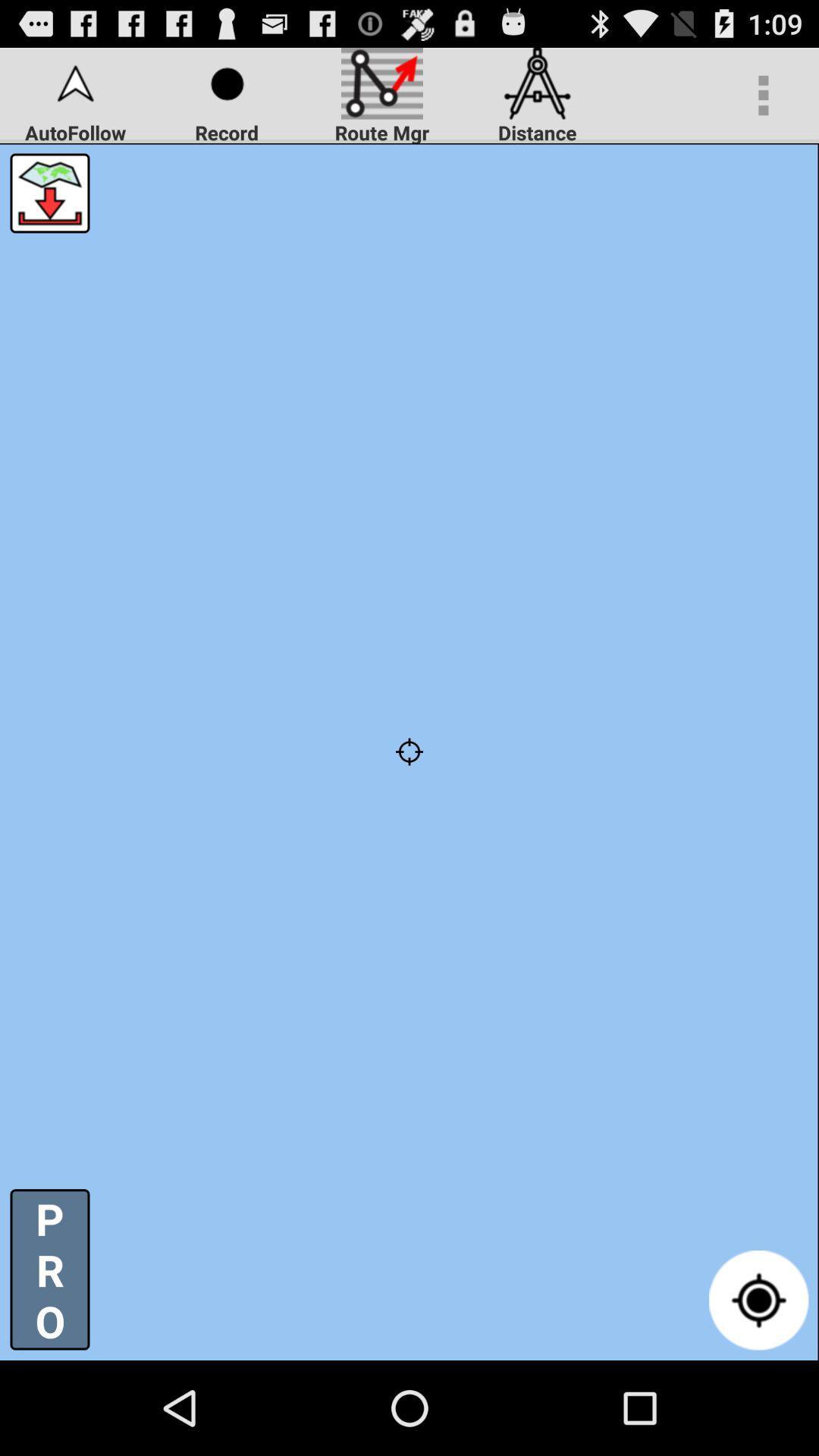  What do you see at coordinates (49, 192) in the screenshot?
I see `icon above p` at bounding box center [49, 192].